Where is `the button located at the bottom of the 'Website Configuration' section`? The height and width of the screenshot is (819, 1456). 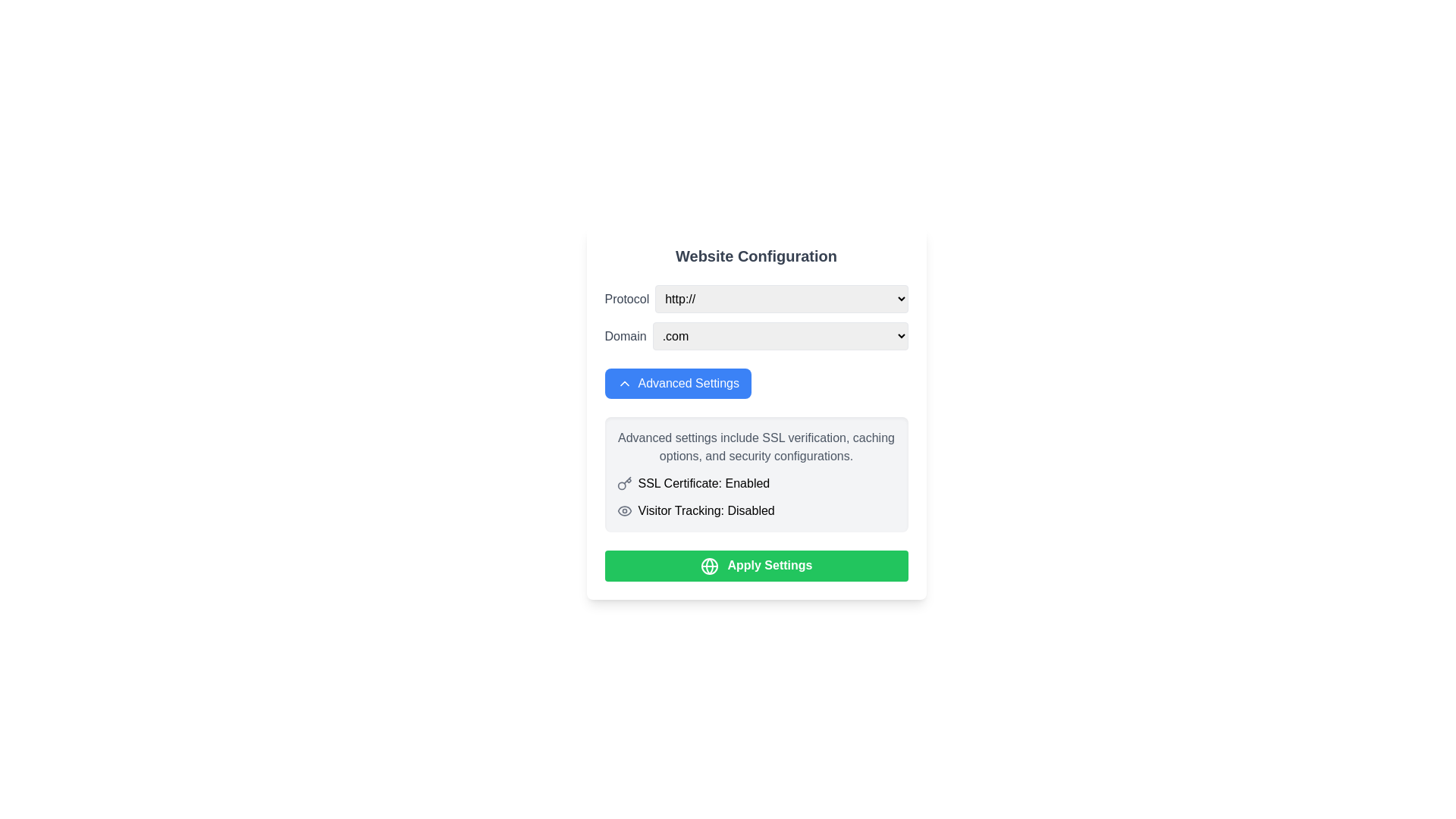 the button located at the bottom of the 'Website Configuration' section is located at coordinates (756, 566).